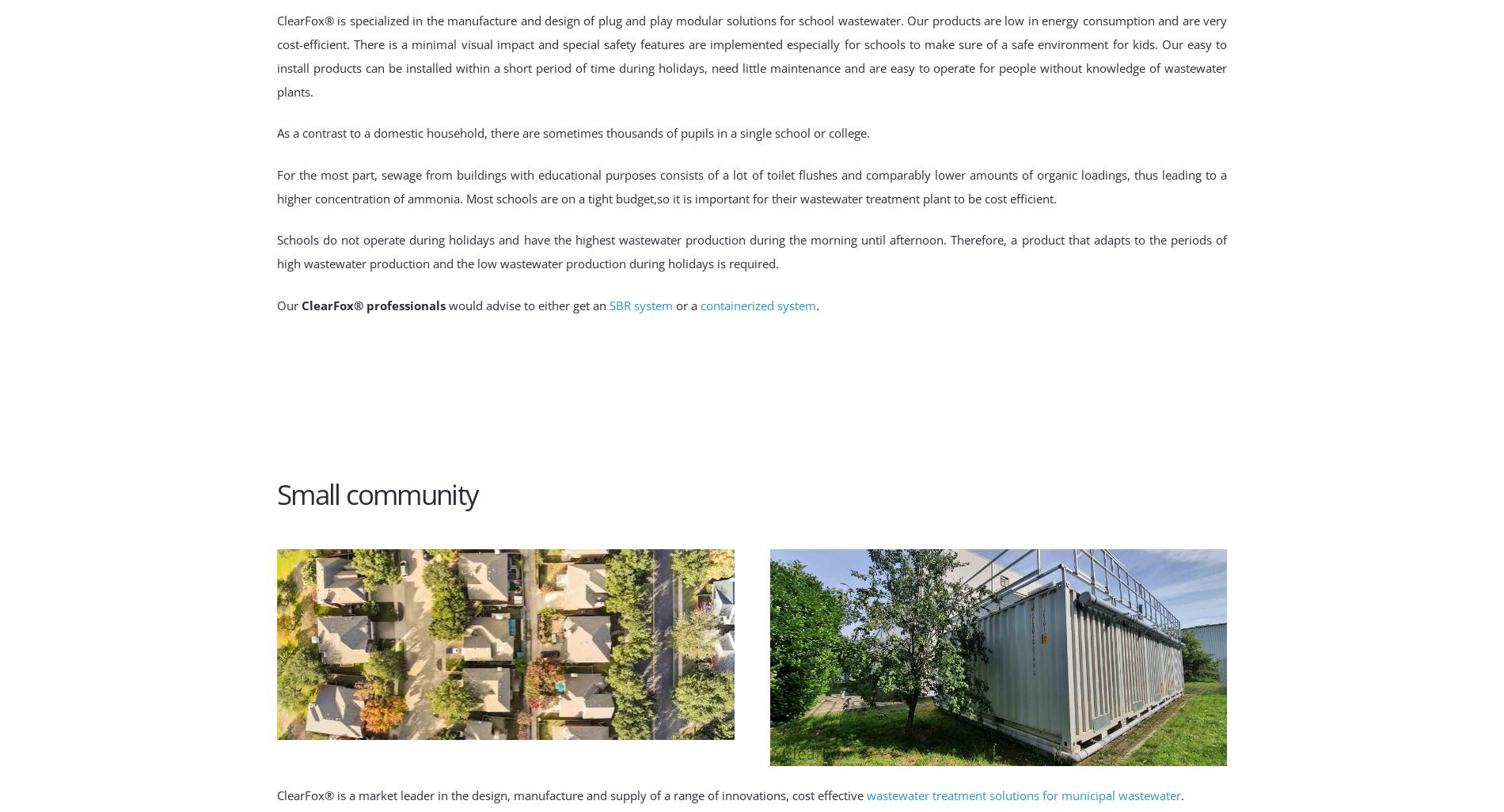 This screenshot has width=1504, height=812. I want to click on 'ClearFox® is specialized in the manufacture and design of plug and play modular solutions for school wastewater. Our products are low in energy consumption and are very cost-efficient. There is a minimal visual impact and special safety features are implemented especially for schools to make sure of a safe environment for kids. Our easy to install products can be installed within a short period of time during holidays, need little maintenance and are easy to operate for people without knowledge of wastewater plants.', so click(275, 54).